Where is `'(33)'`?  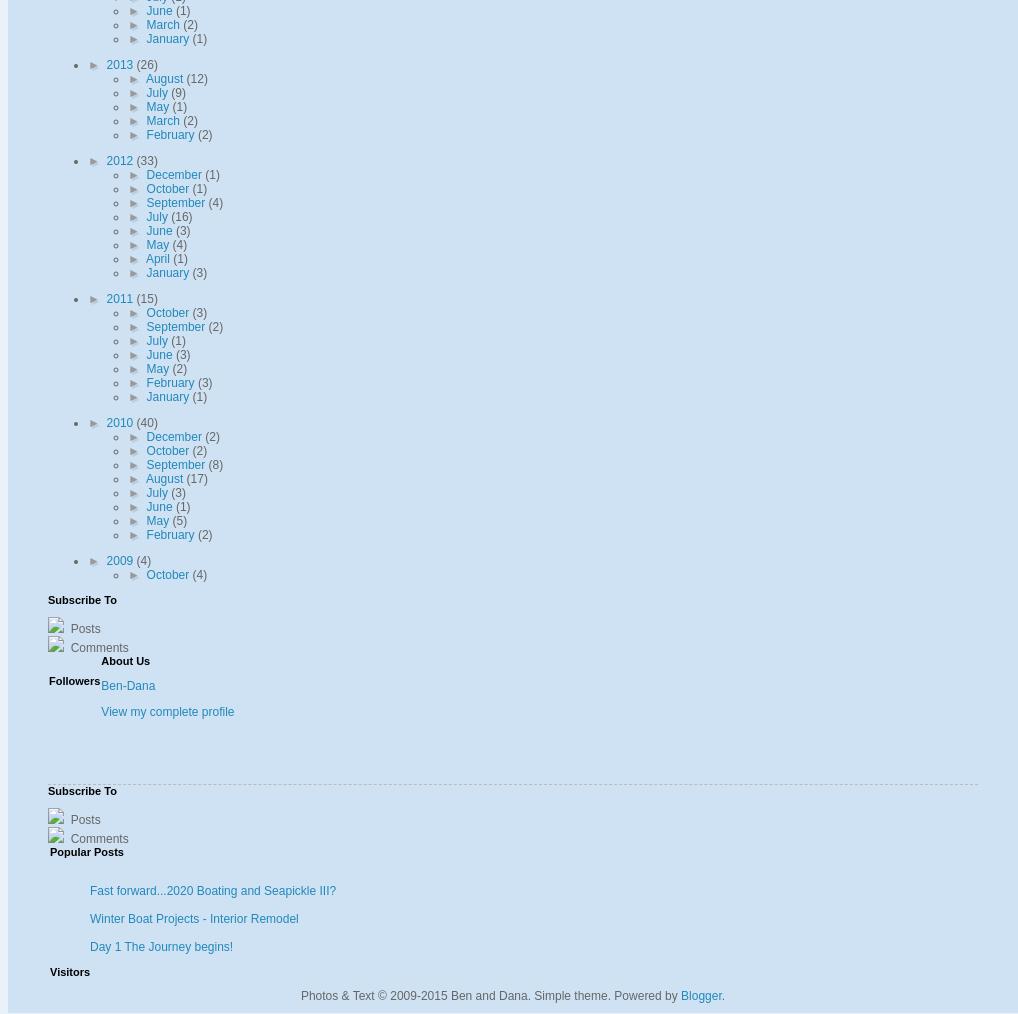 '(33)' is located at coordinates (145, 160).